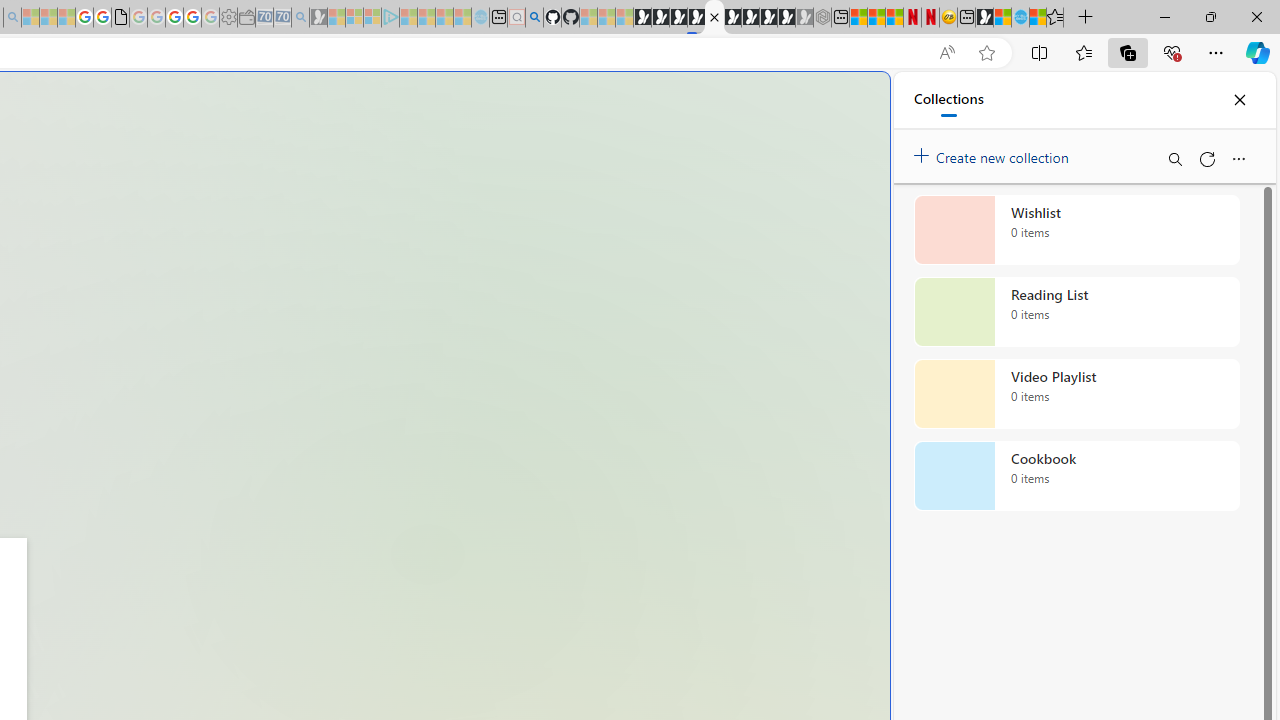 The height and width of the screenshot is (720, 1280). Describe the element at coordinates (1076, 394) in the screenshot. I see `'Video Playlist collection, 0 items'` at that location.